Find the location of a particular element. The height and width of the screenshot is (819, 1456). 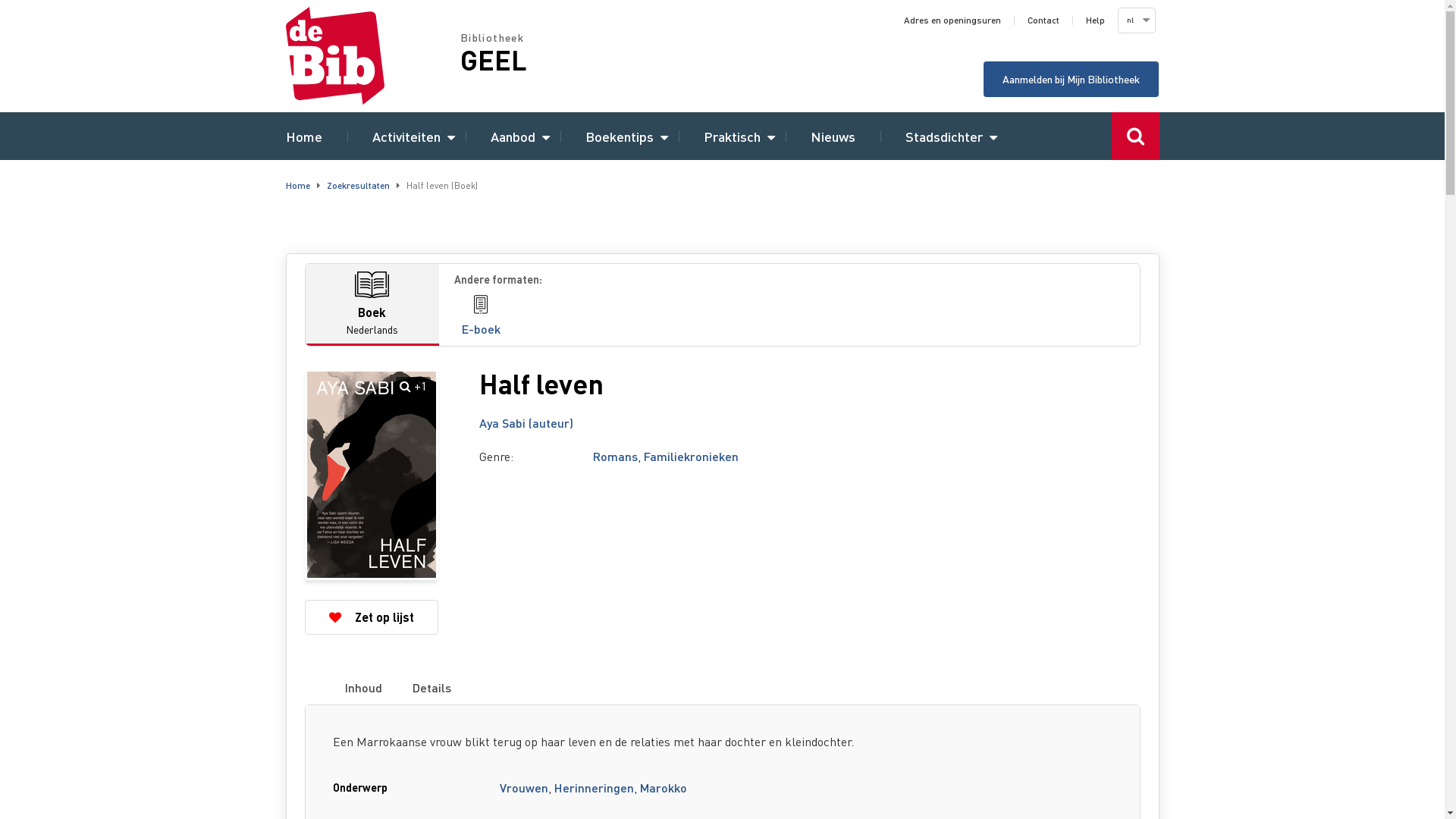

'Zoekresultaten' is located at coordinates (356, 184).